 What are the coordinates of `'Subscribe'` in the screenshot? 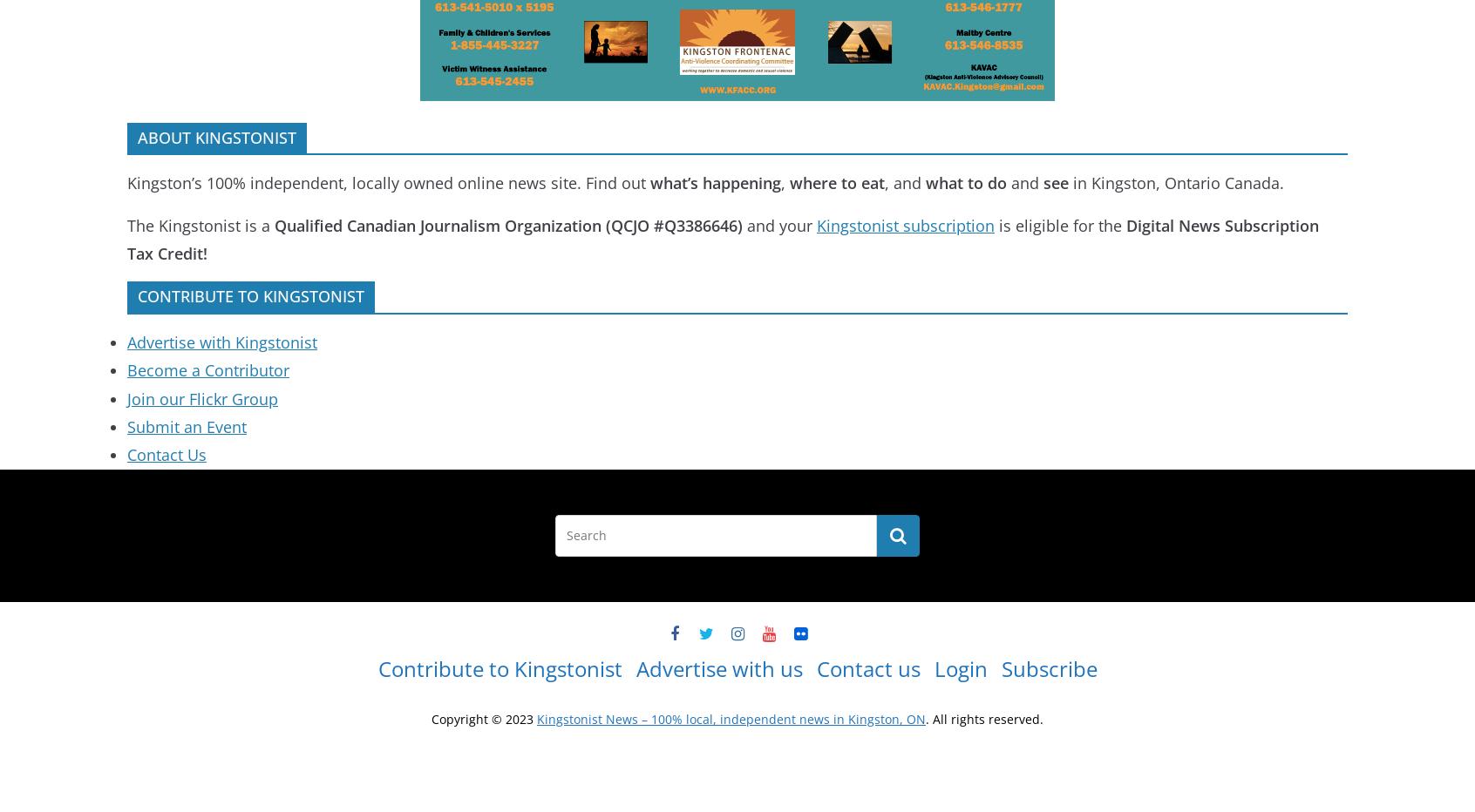 It's located at (1049, 668).